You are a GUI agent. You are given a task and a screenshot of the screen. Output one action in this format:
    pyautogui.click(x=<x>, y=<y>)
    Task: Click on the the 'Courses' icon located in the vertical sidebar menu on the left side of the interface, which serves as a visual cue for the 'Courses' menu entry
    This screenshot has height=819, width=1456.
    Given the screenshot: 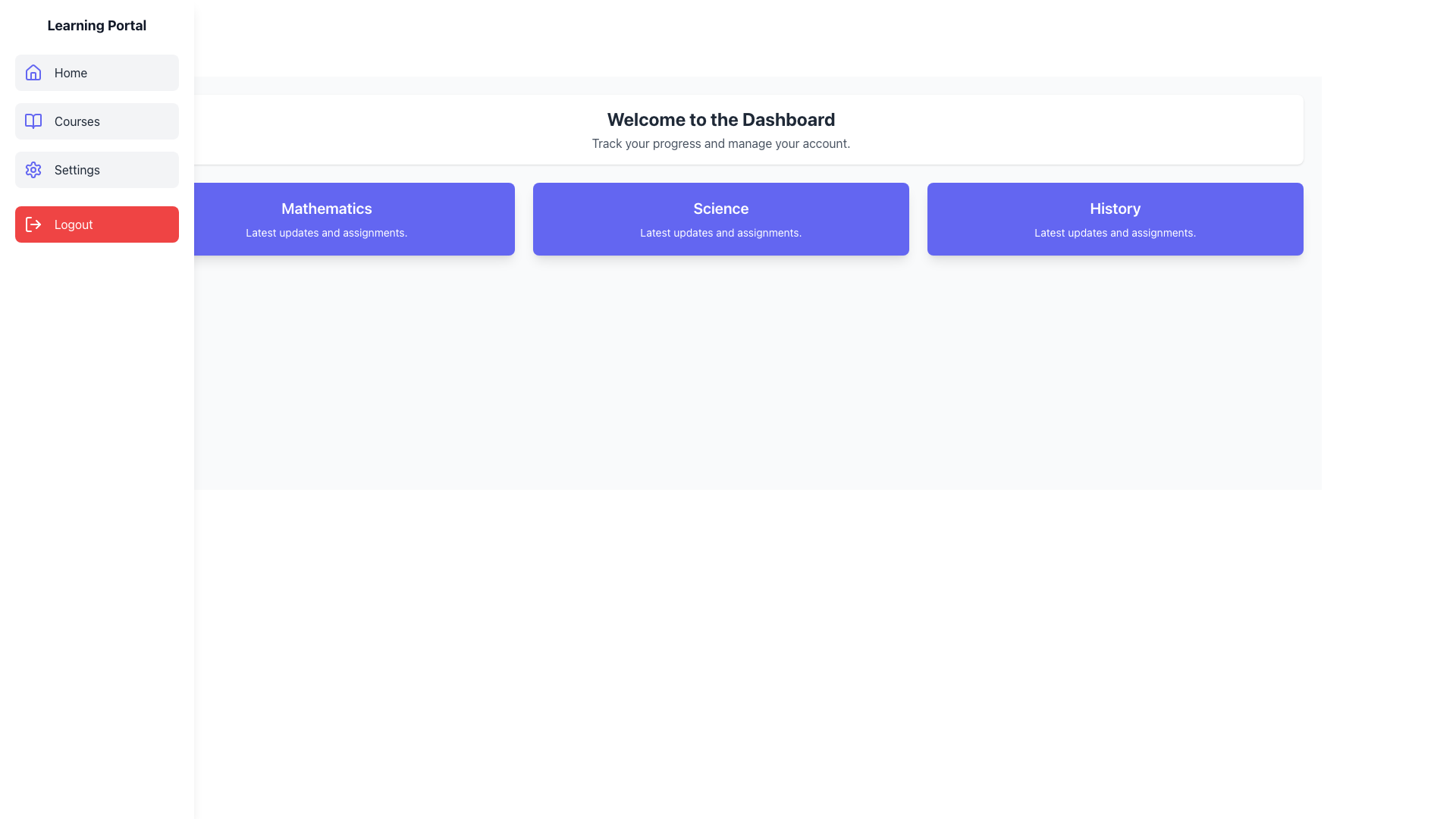 What is the action you would take?
    pyautogui.click(x=33, y=120)
    